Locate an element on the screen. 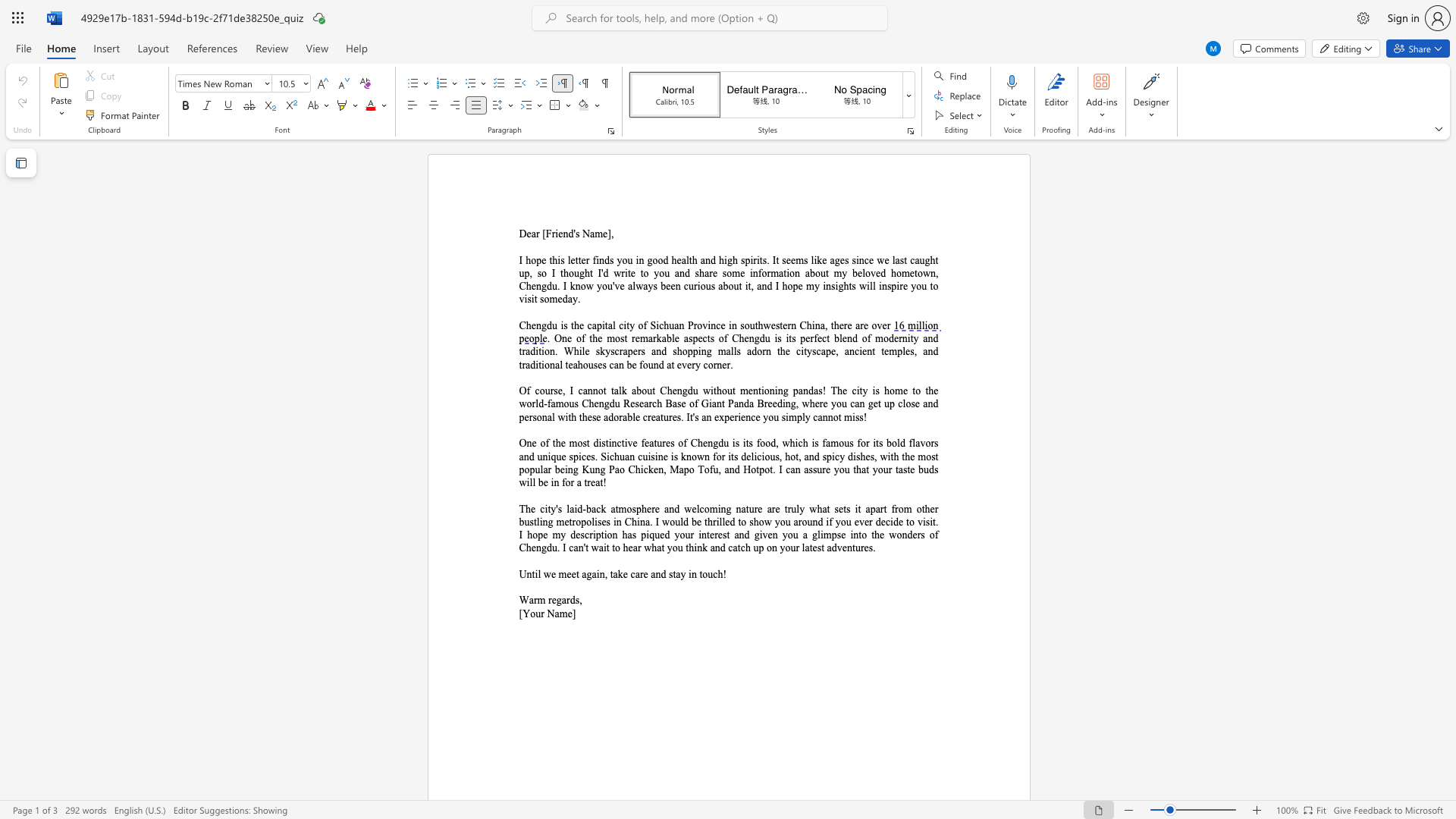 The height and width of the screenshot is (819, 1456). the subset text "nd I hope my insight" within the text "always been curious about it, and I hope my insights will inspire you to visit someday." is located at coordinates (761, 286).